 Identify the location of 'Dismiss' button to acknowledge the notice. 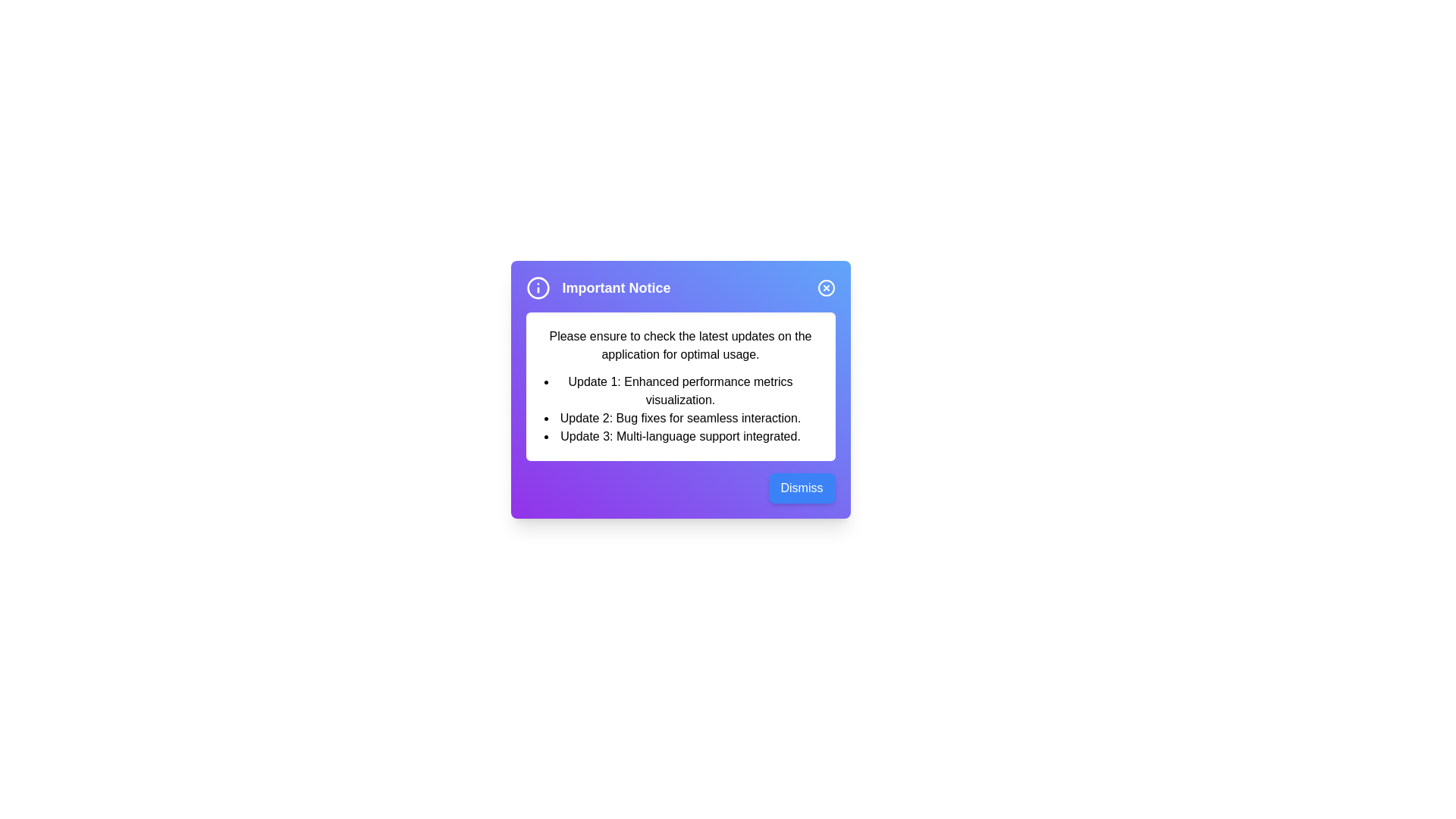
(801, 488).